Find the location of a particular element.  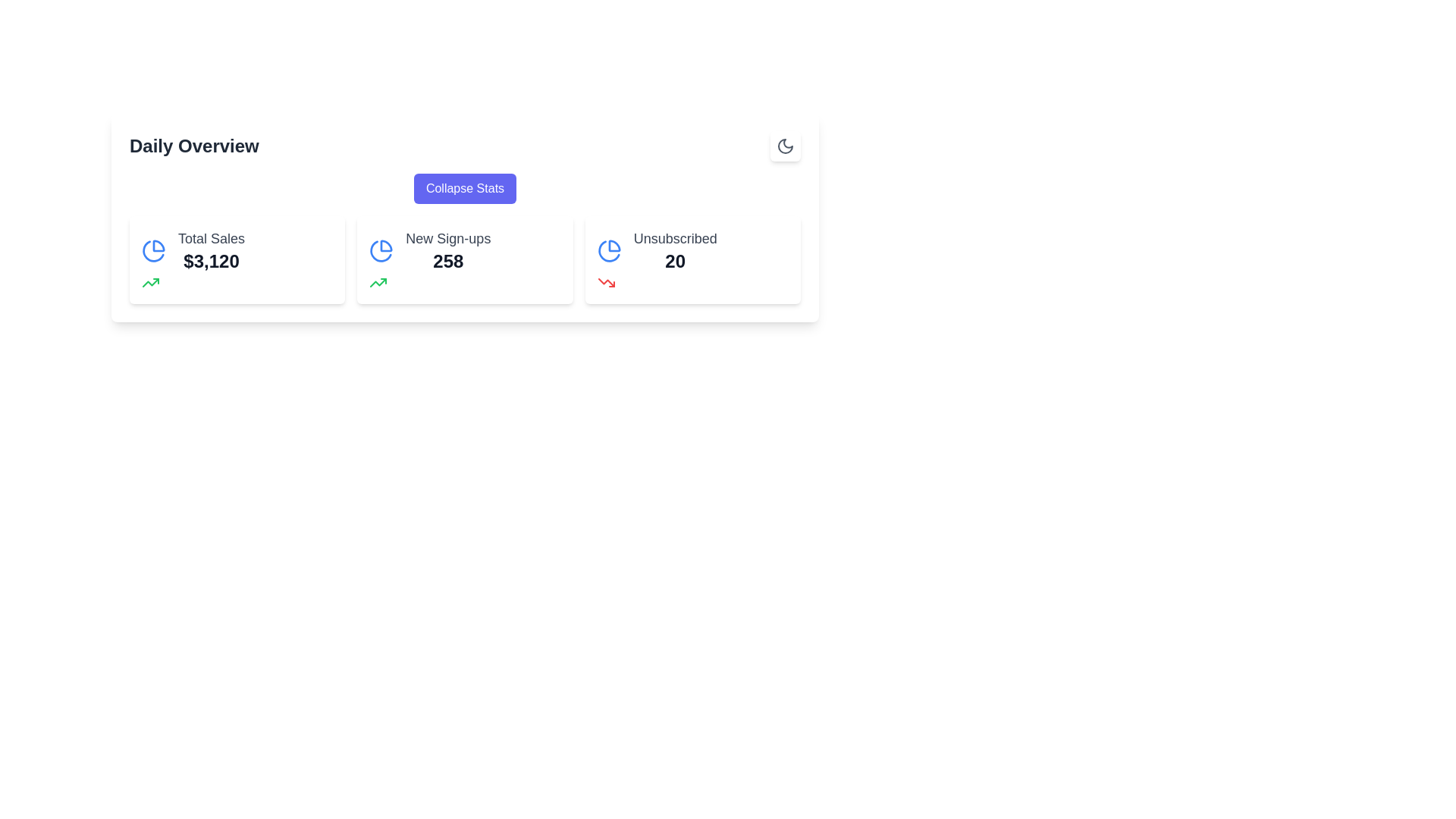

text label that serves as a title or header, providing context to the surrounding interface is located at coordinates (193, 146).